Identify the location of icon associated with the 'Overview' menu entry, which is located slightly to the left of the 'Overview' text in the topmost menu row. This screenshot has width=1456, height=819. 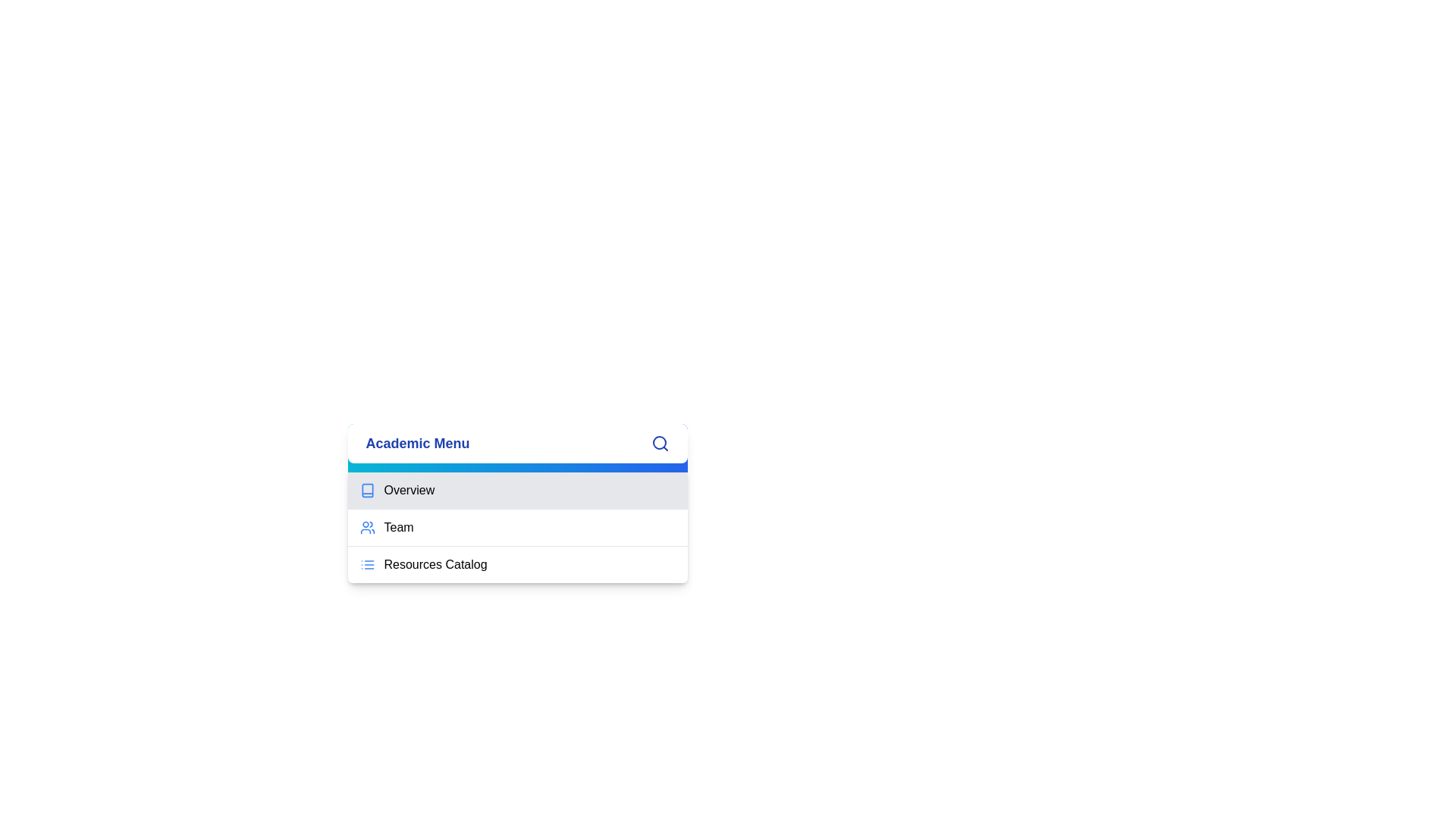
(367, 491).